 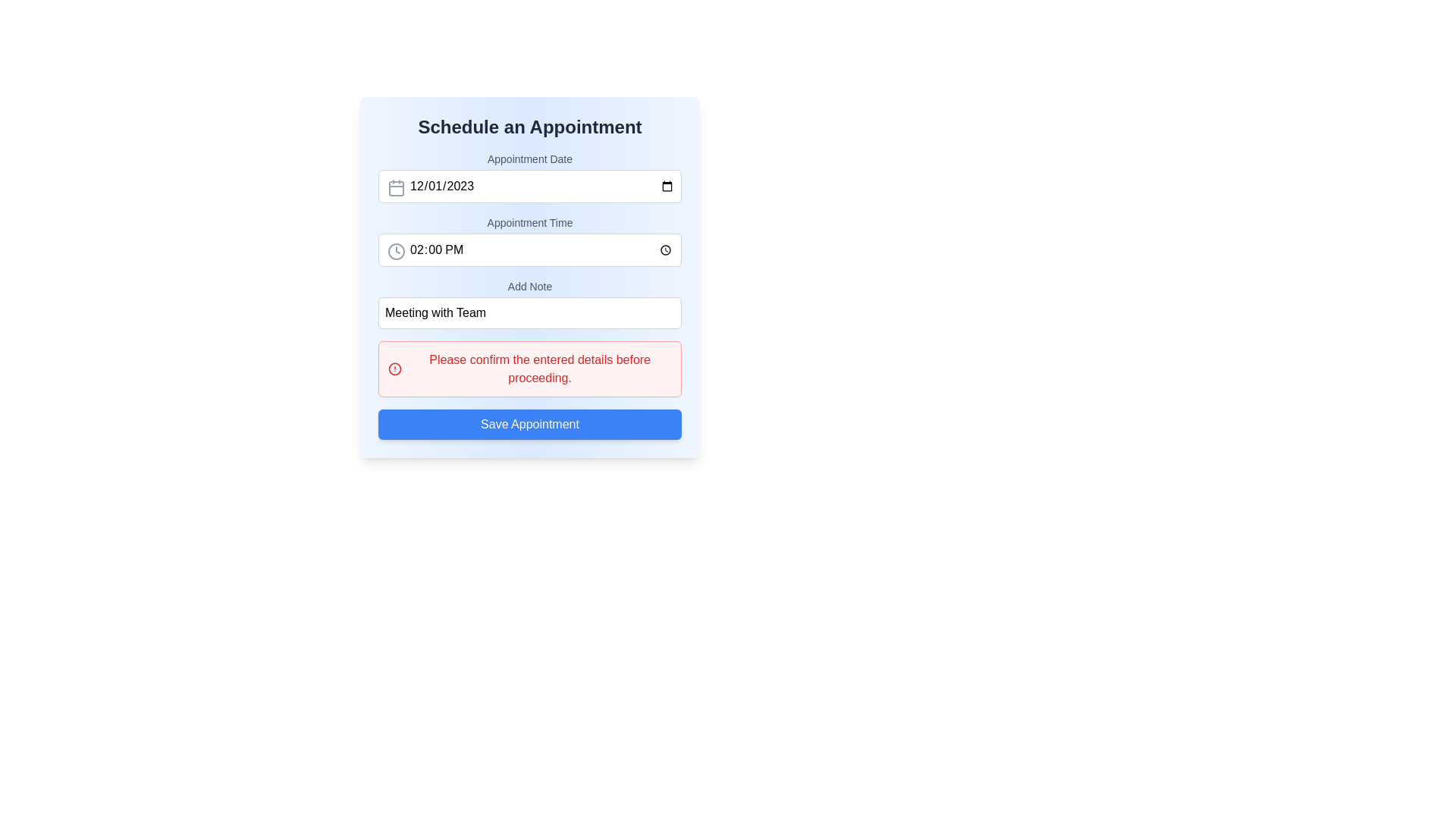 I want to click on the interior rectangular part of the calendar icon that represents the date selection feature, located to the left of the 'Appointment Date' section, so click(x=397, y=188).